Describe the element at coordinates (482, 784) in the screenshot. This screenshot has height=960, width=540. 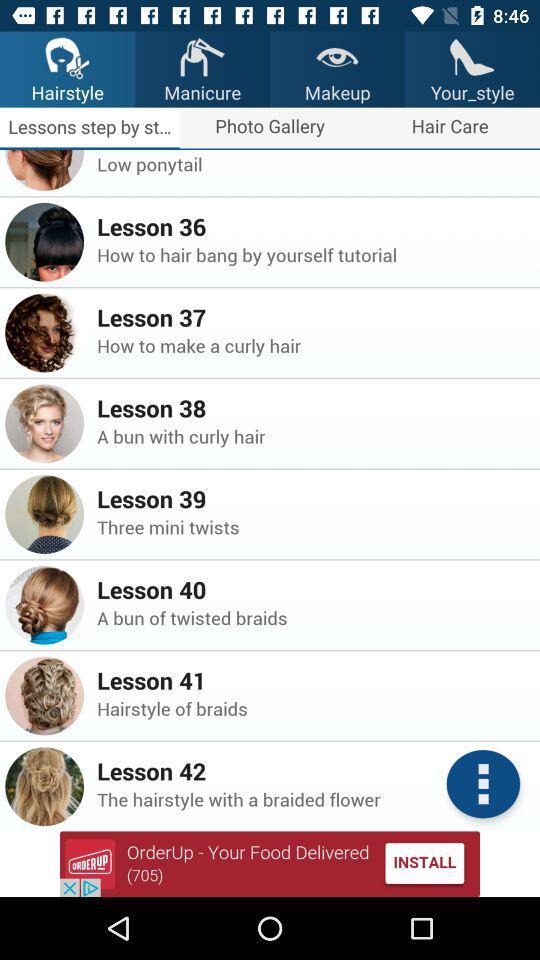
I see `click for more styles` at that location.